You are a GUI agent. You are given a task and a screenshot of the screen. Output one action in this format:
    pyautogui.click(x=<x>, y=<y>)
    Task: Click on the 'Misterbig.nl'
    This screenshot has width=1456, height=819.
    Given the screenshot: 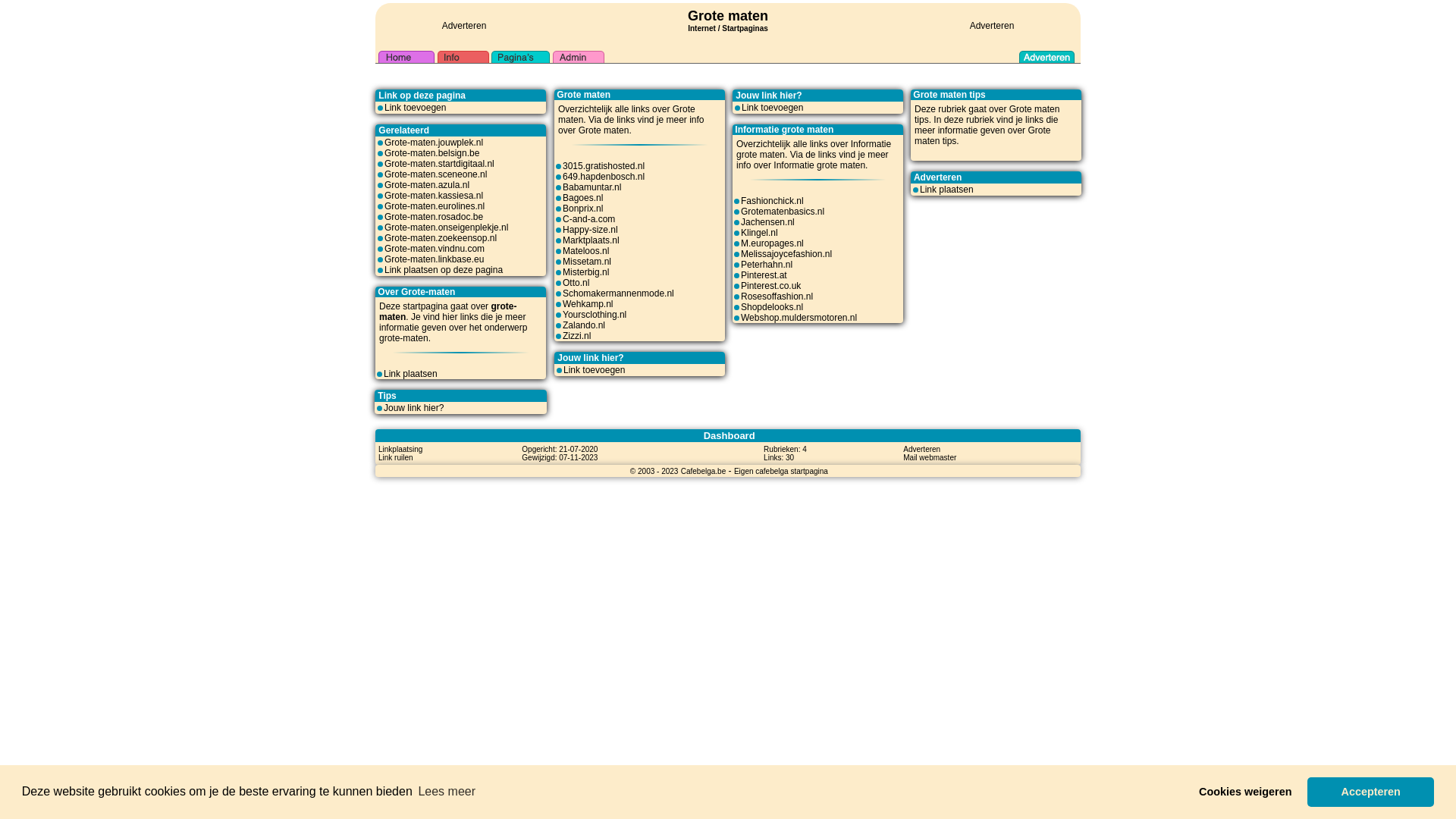 What is the action you would take?
    pyautogui.click(x=585, y=271)
    